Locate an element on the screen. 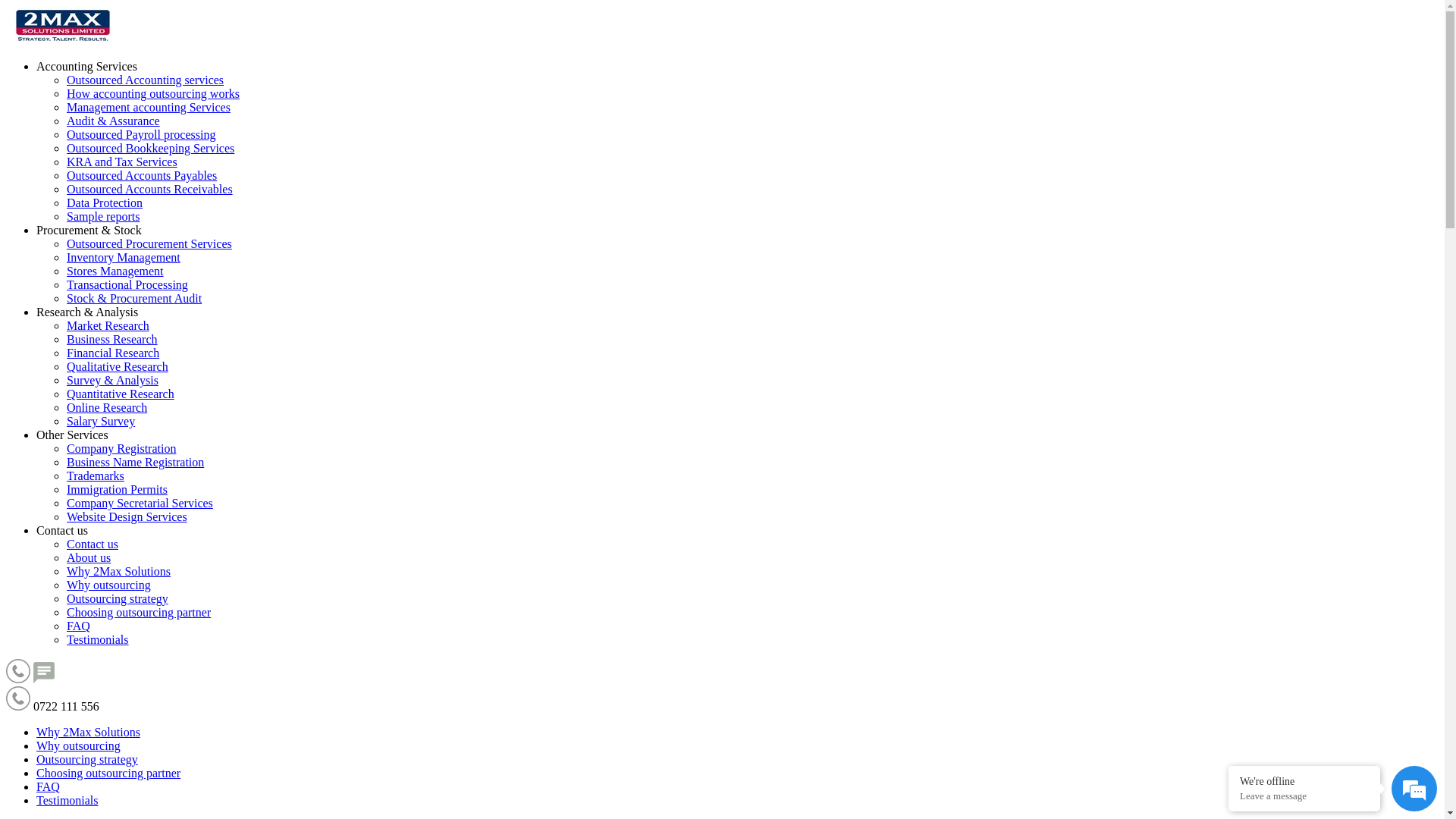 This screenshot has height=819, width=1456. 'FAQ' is located at coordinates (77, 626).